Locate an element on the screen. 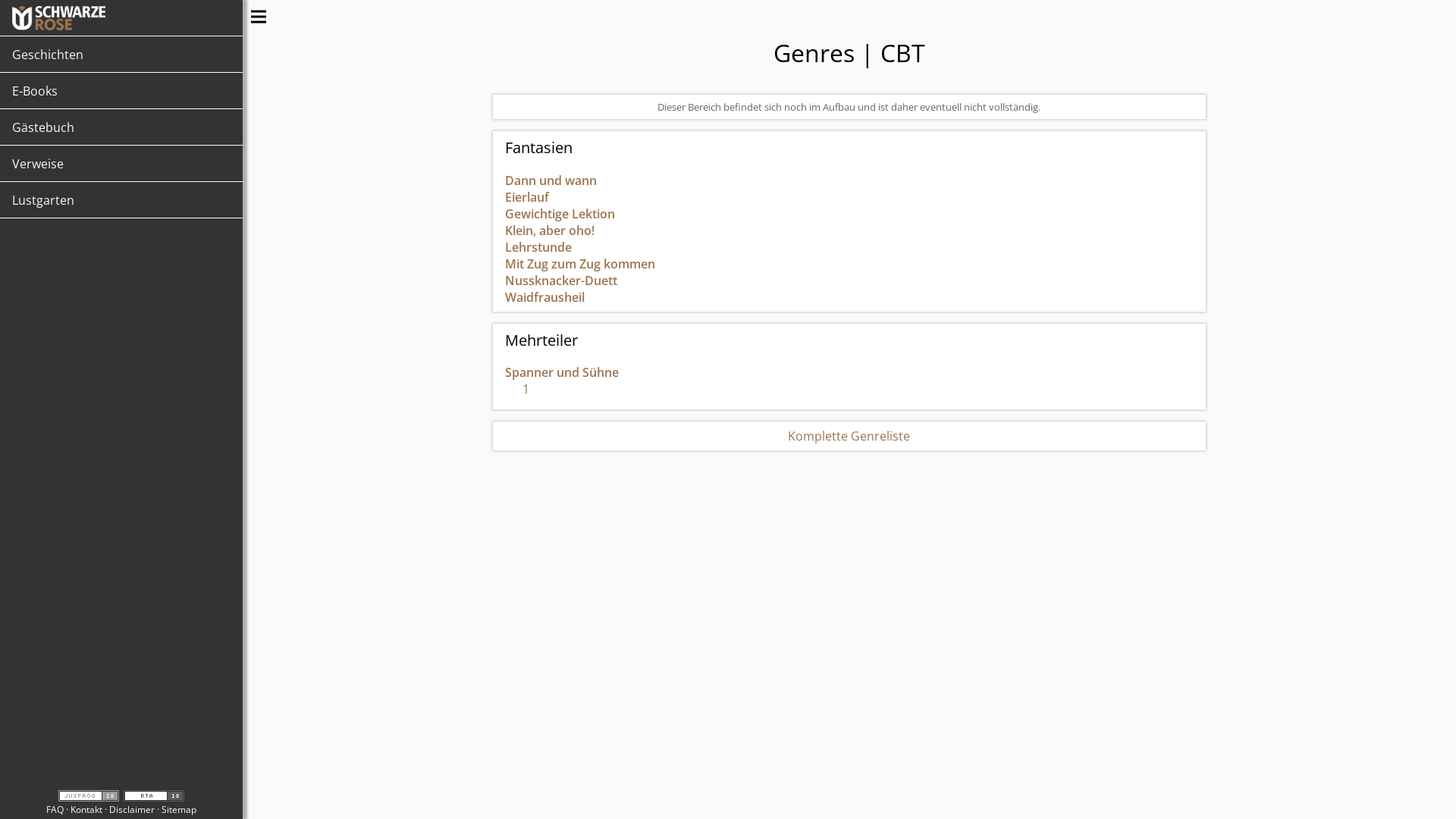 The image size is (1456, 819). 'Kontakt' is located at coordinates (86, 808).